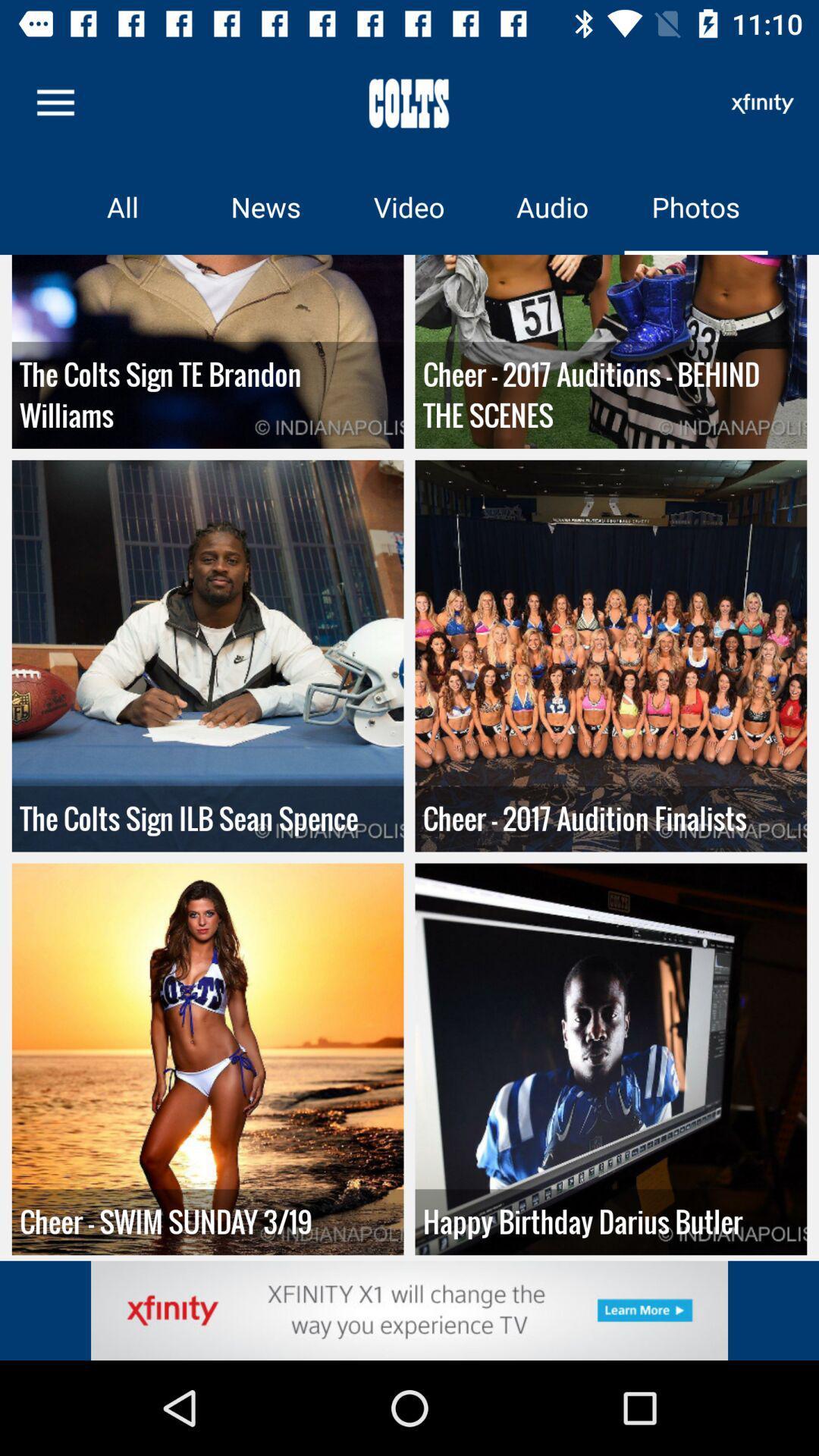 The height and width of the screenshot is (1456, 819). What do you see at coordinates (409, 1310) in the screenshot?
I see `the advertisement` at bounding box center [409, 1310].